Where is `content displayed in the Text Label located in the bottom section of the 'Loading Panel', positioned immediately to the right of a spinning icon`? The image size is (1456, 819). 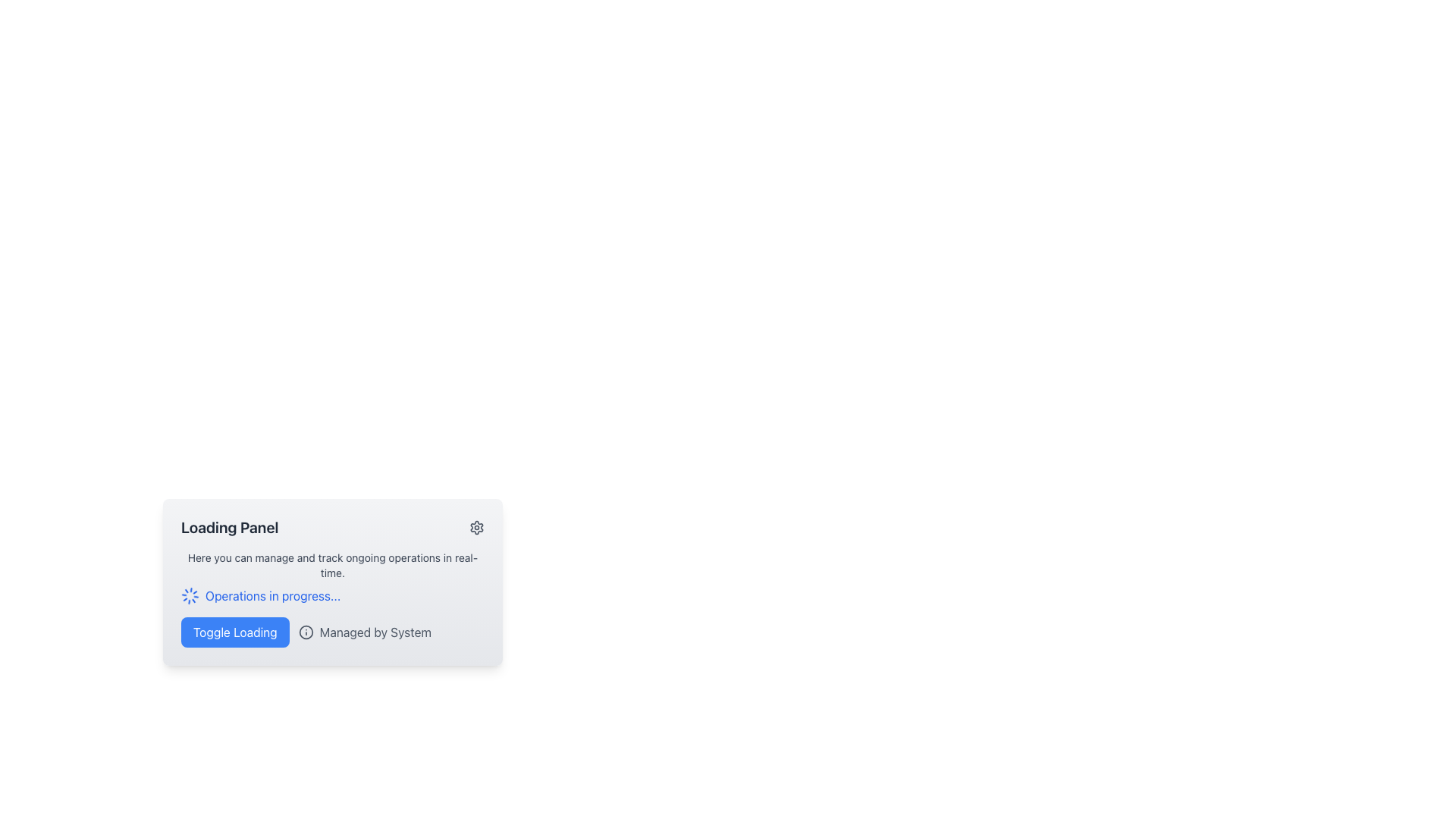 content displayed in the Text Label located in the bottom section of the 'Loading Panel', positioned immediately to the right of a spinning icon is located at coordinates (273, 595).